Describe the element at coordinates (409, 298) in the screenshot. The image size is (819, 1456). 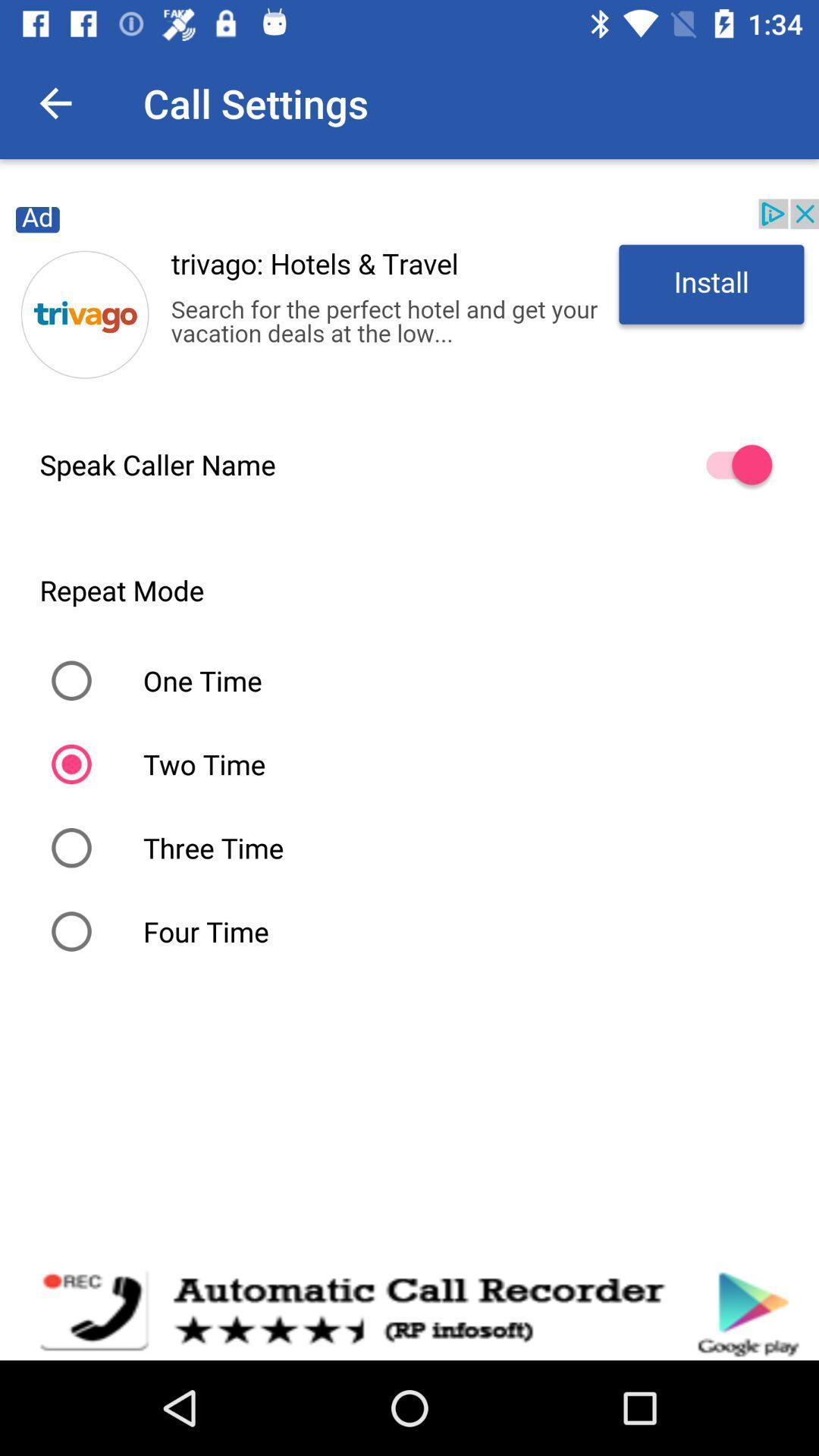
I see `the add` at that location.